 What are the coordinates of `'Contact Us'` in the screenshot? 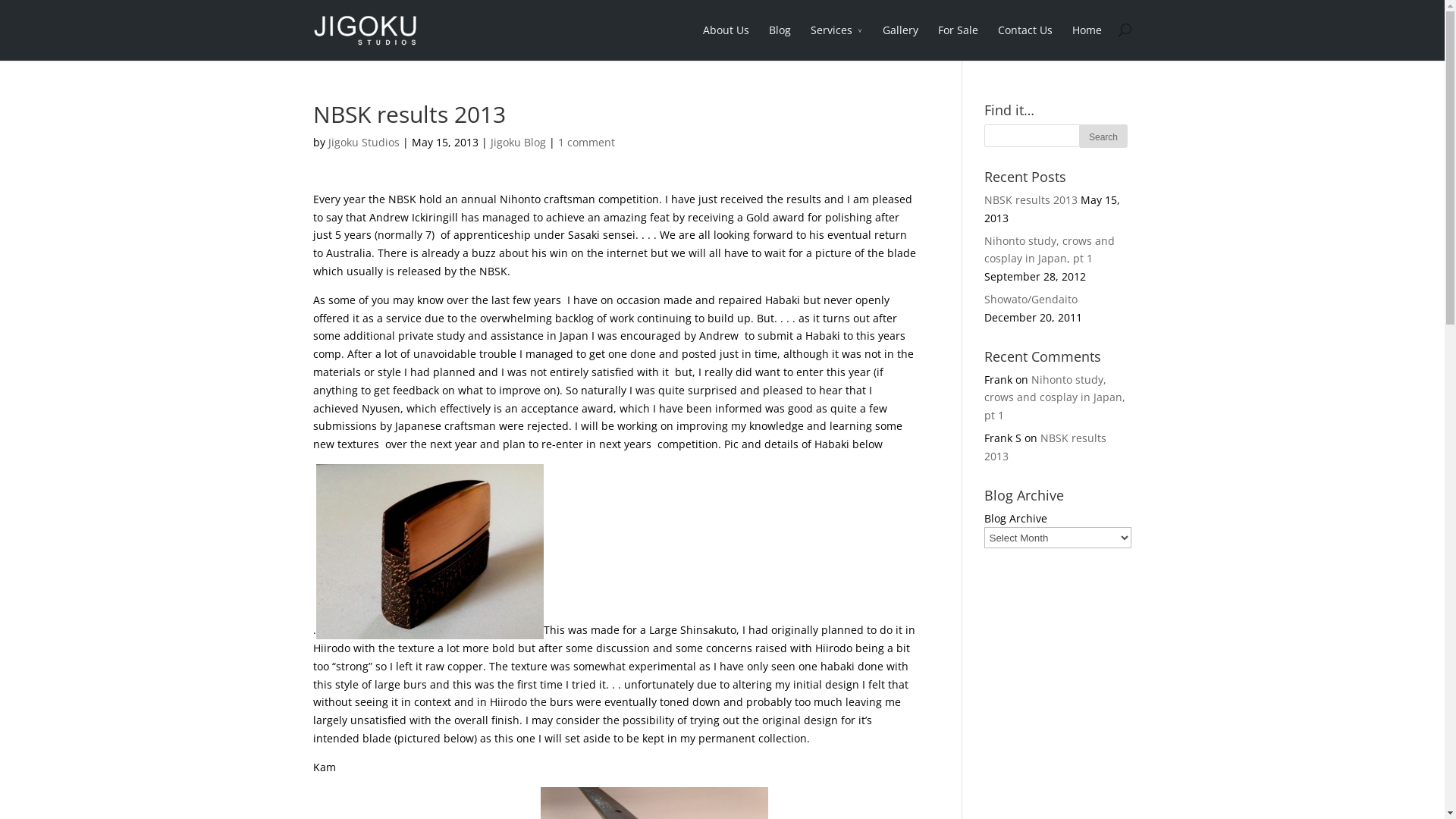 It's located at (1025, 40).